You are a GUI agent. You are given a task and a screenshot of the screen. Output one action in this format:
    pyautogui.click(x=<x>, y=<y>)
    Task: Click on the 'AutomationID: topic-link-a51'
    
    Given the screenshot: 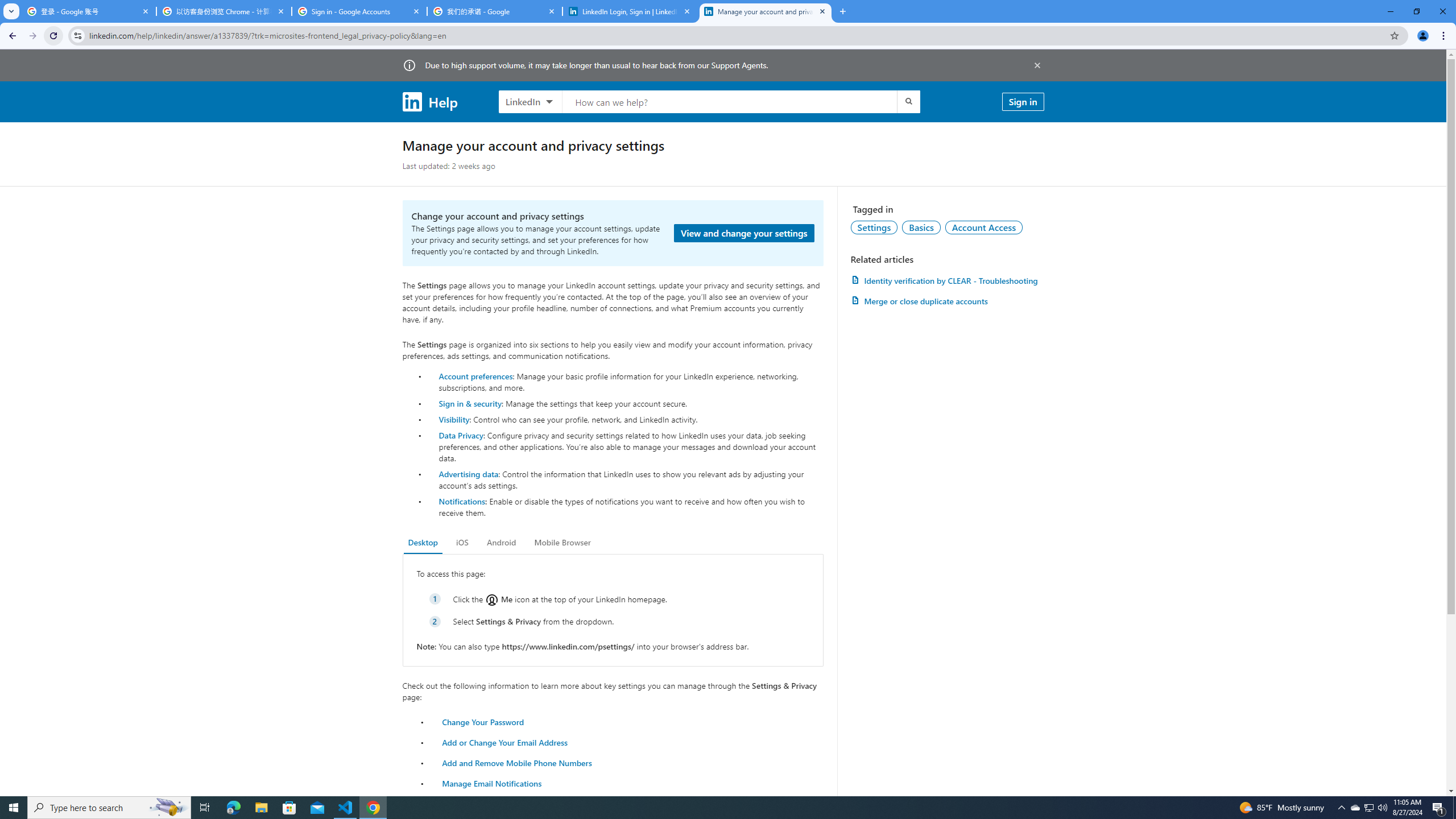 What is the action you would take?
    pyautogui.click(x=921, y=226)
    